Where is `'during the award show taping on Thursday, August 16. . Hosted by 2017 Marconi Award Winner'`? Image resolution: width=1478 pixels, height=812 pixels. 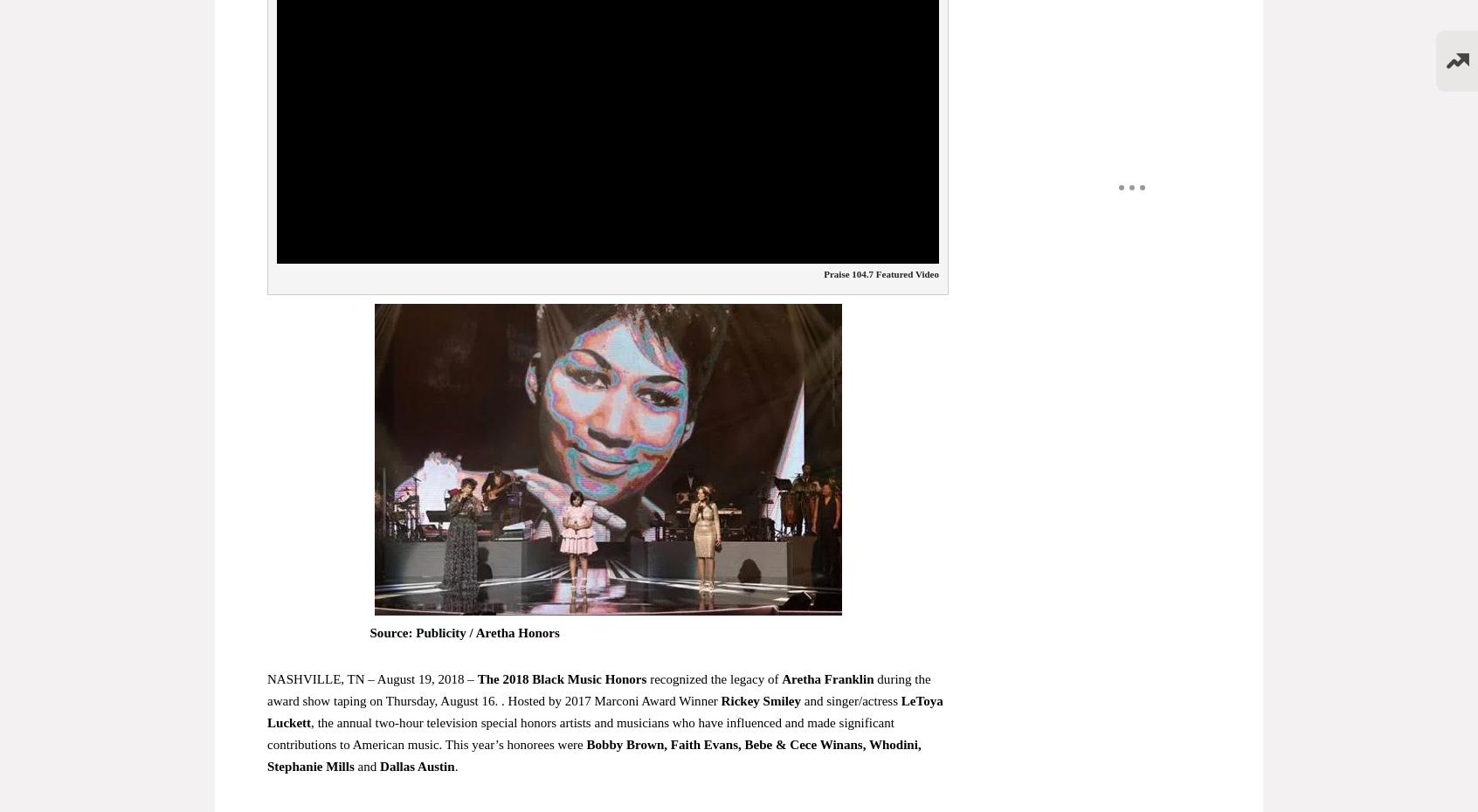
'during the award show taping on Thursday, August 16. . Hosted by 2017 Marconi Award Winner' is located at coordinates (598, 689).